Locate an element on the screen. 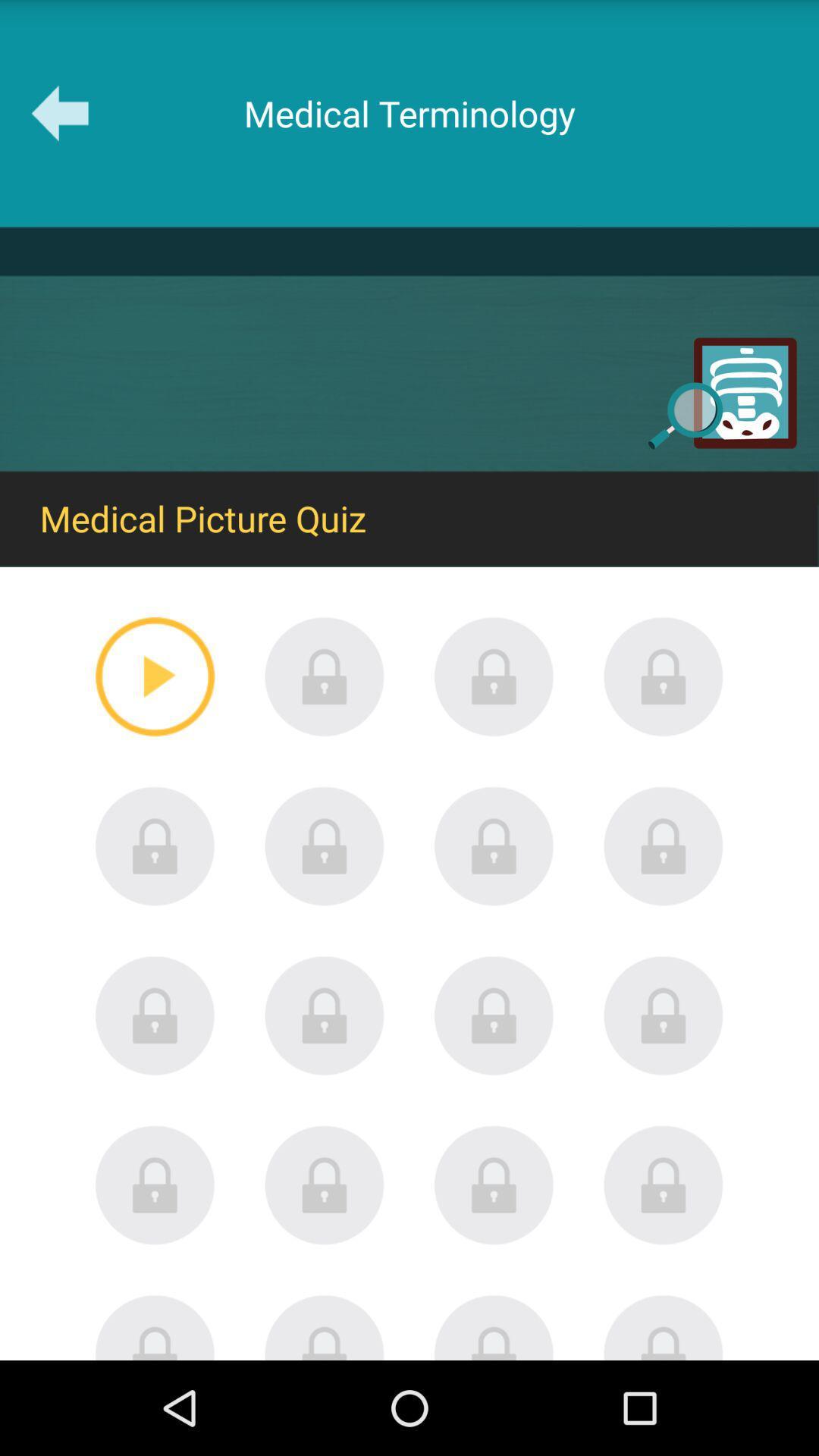 The width and height of the screenshot is (819, 1456). open item is located at coordinates (494, 1015).